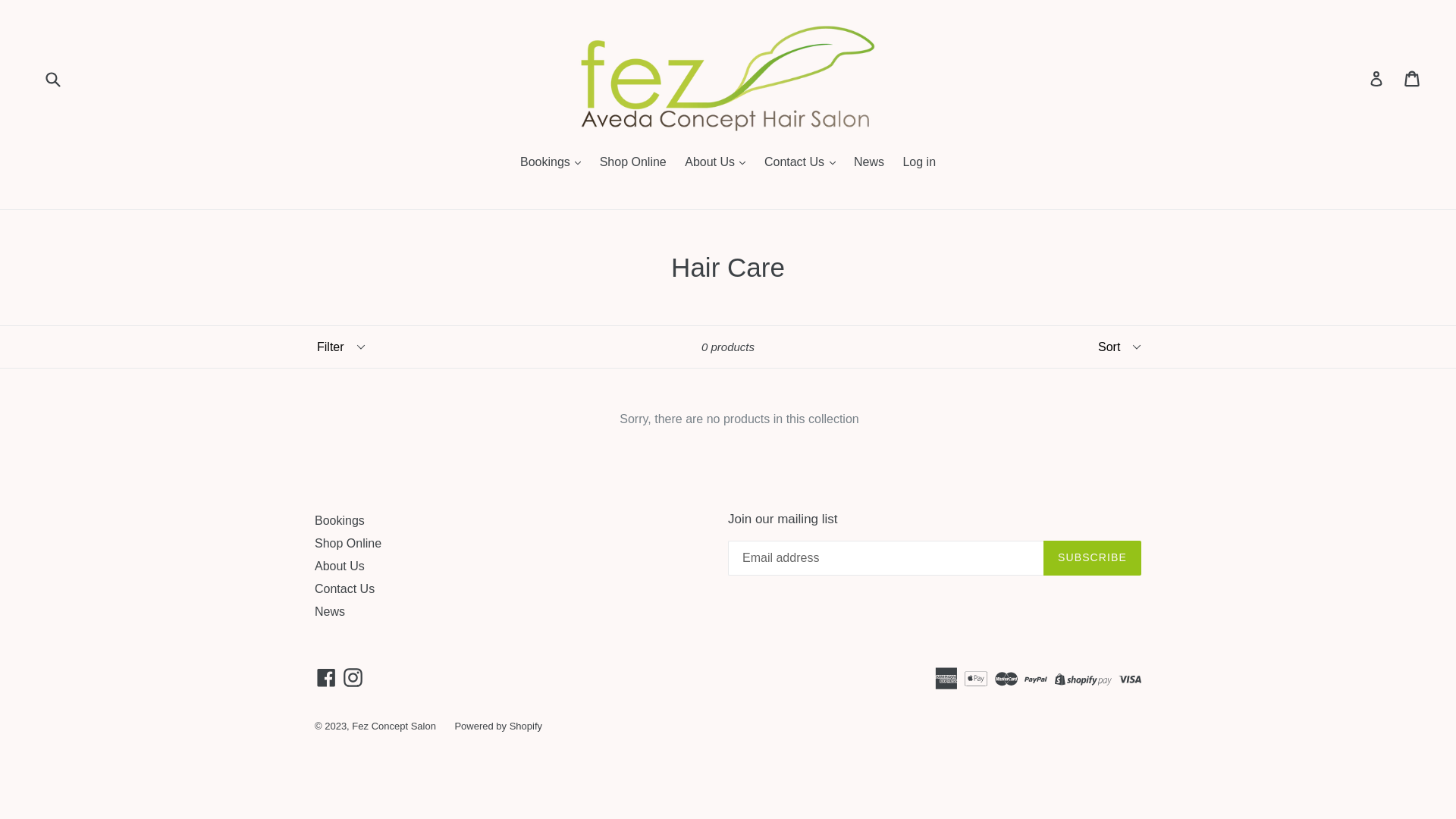  Describe the element at coordinates (347, 542) in the screenshot. I see `'Shop Online'` at that location.